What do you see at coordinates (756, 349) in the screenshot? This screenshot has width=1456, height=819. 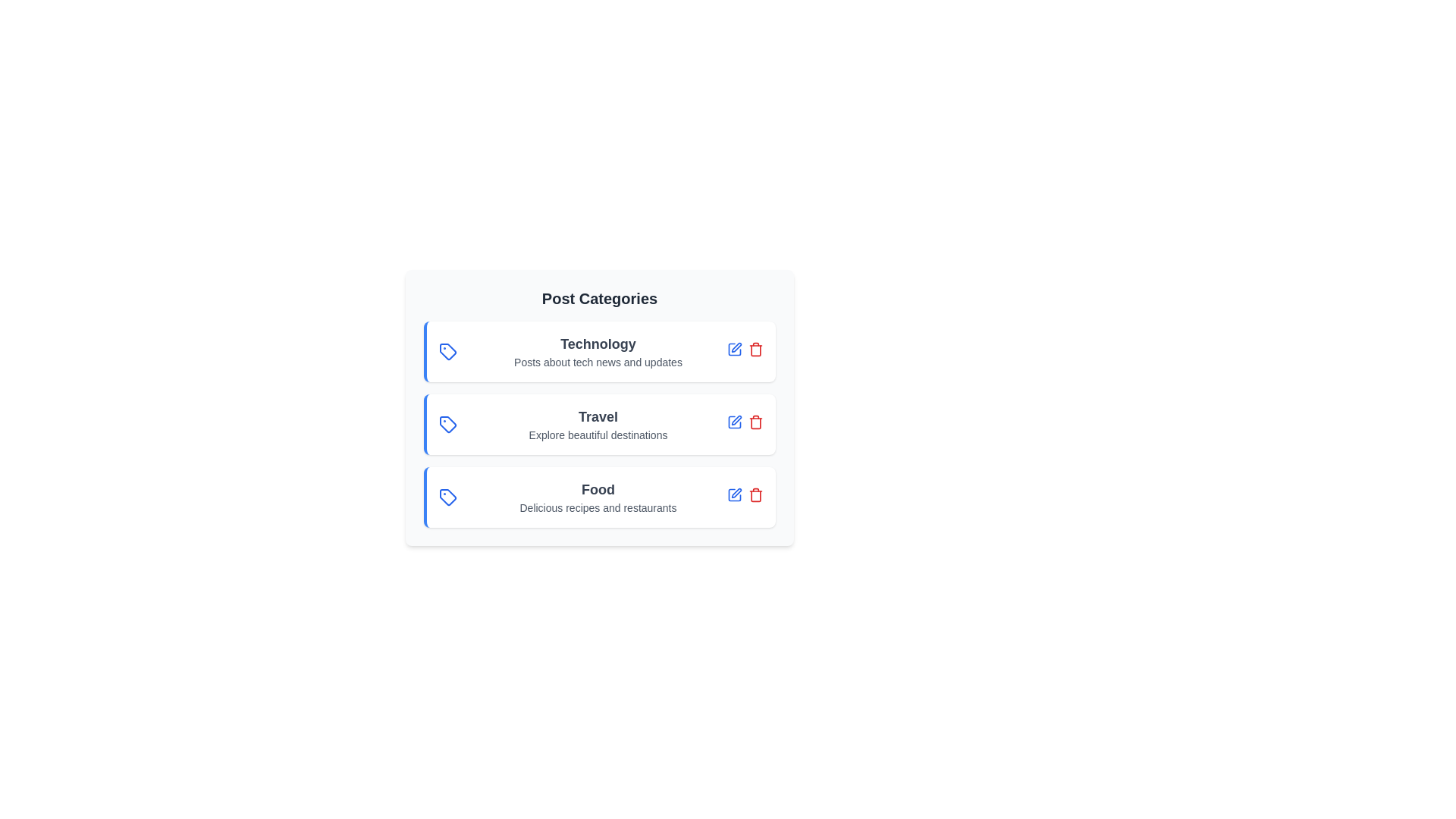 I see `delete button for the category 'Technology'` at bounding box center [756, 349].